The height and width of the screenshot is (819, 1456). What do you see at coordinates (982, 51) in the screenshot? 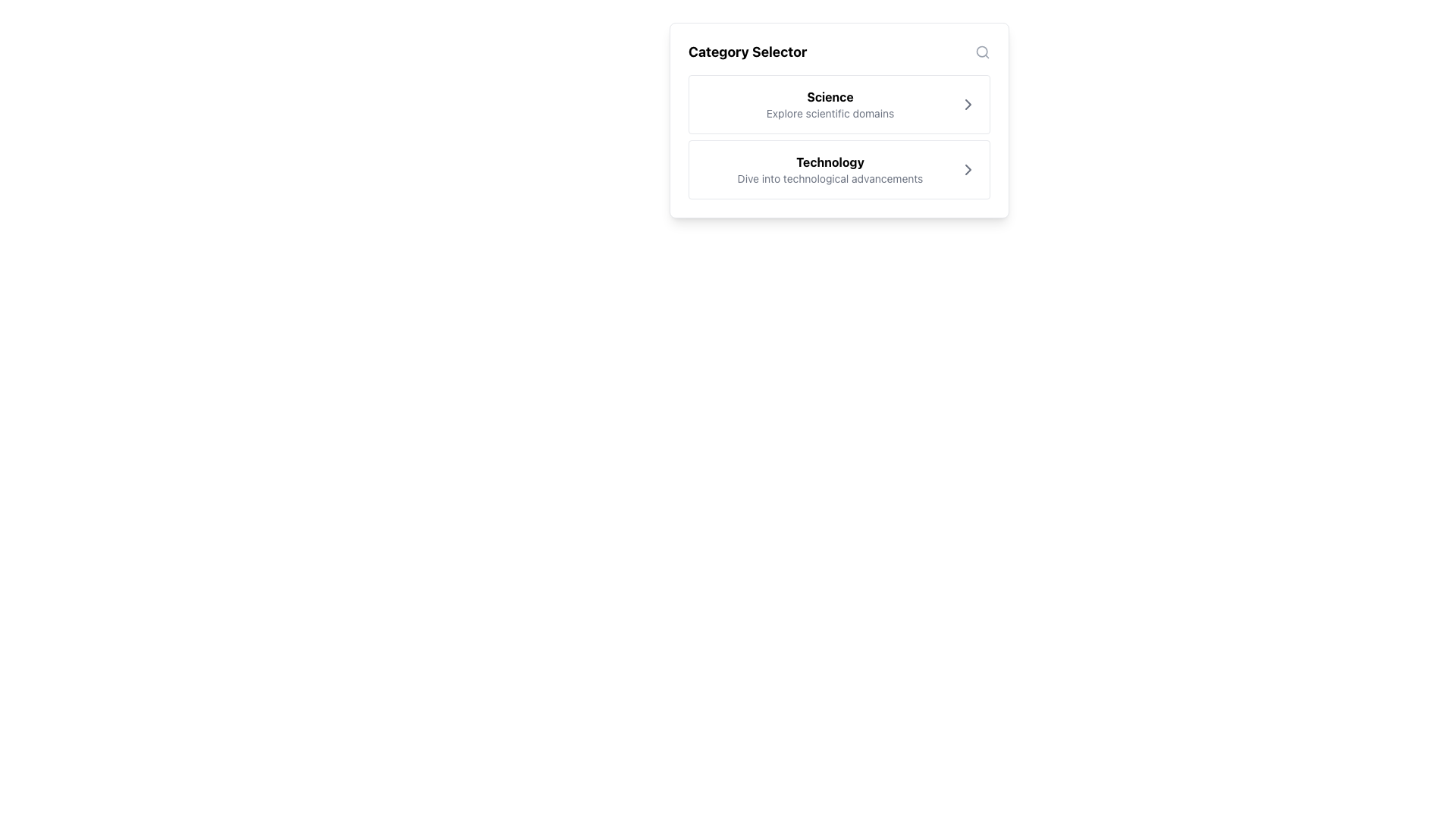
I see `the circular decorative element representing part of the search icon, located near the title 'Category Selector'` at bounding box center [982, 51].